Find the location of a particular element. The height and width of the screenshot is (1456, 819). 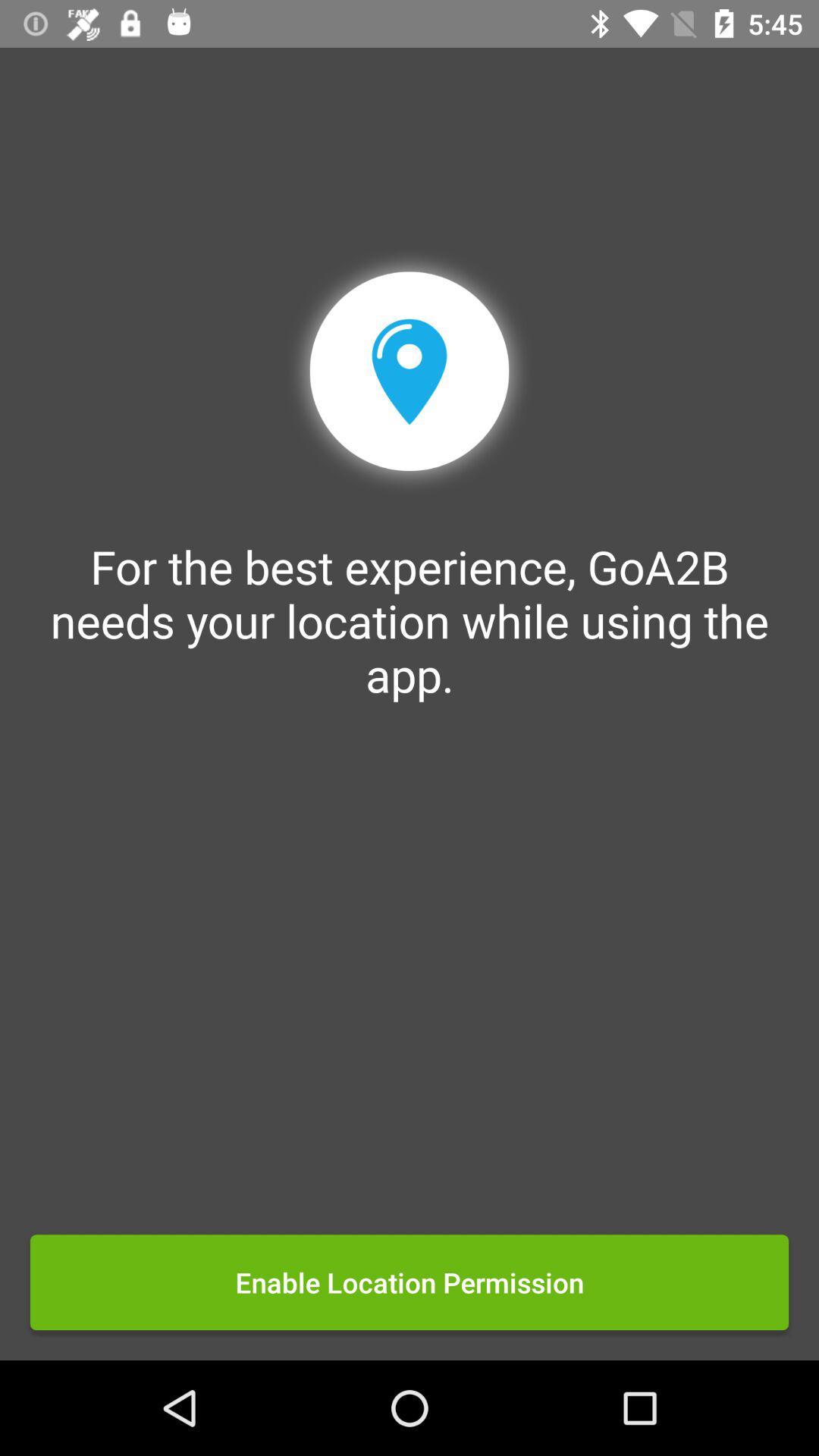

enable location permission is located at coordinates (409, 1282).